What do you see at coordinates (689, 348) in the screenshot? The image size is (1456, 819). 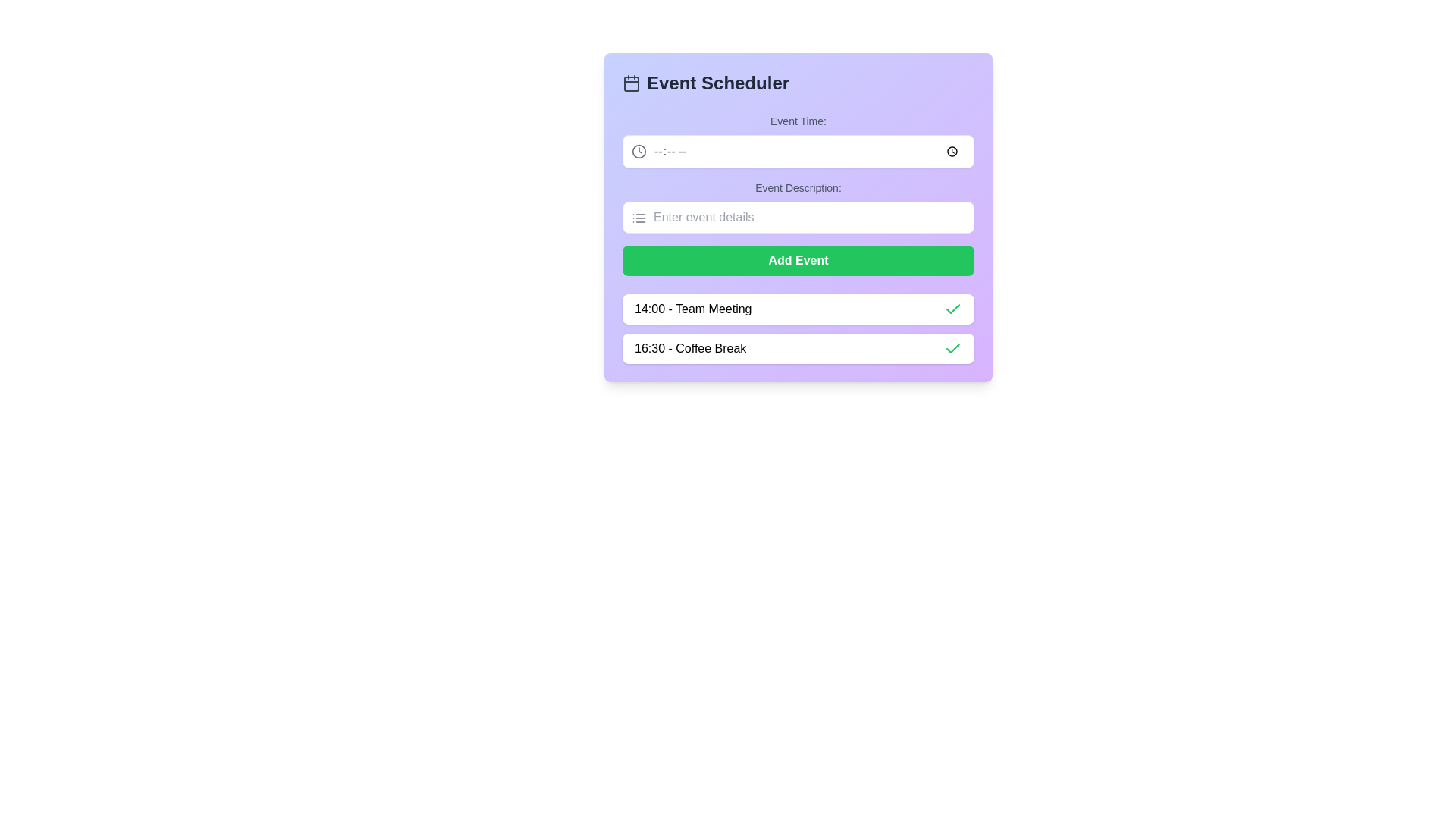 I see `the Text label displaying the time and title of an event scheduled` at bounding box center [689, 348].